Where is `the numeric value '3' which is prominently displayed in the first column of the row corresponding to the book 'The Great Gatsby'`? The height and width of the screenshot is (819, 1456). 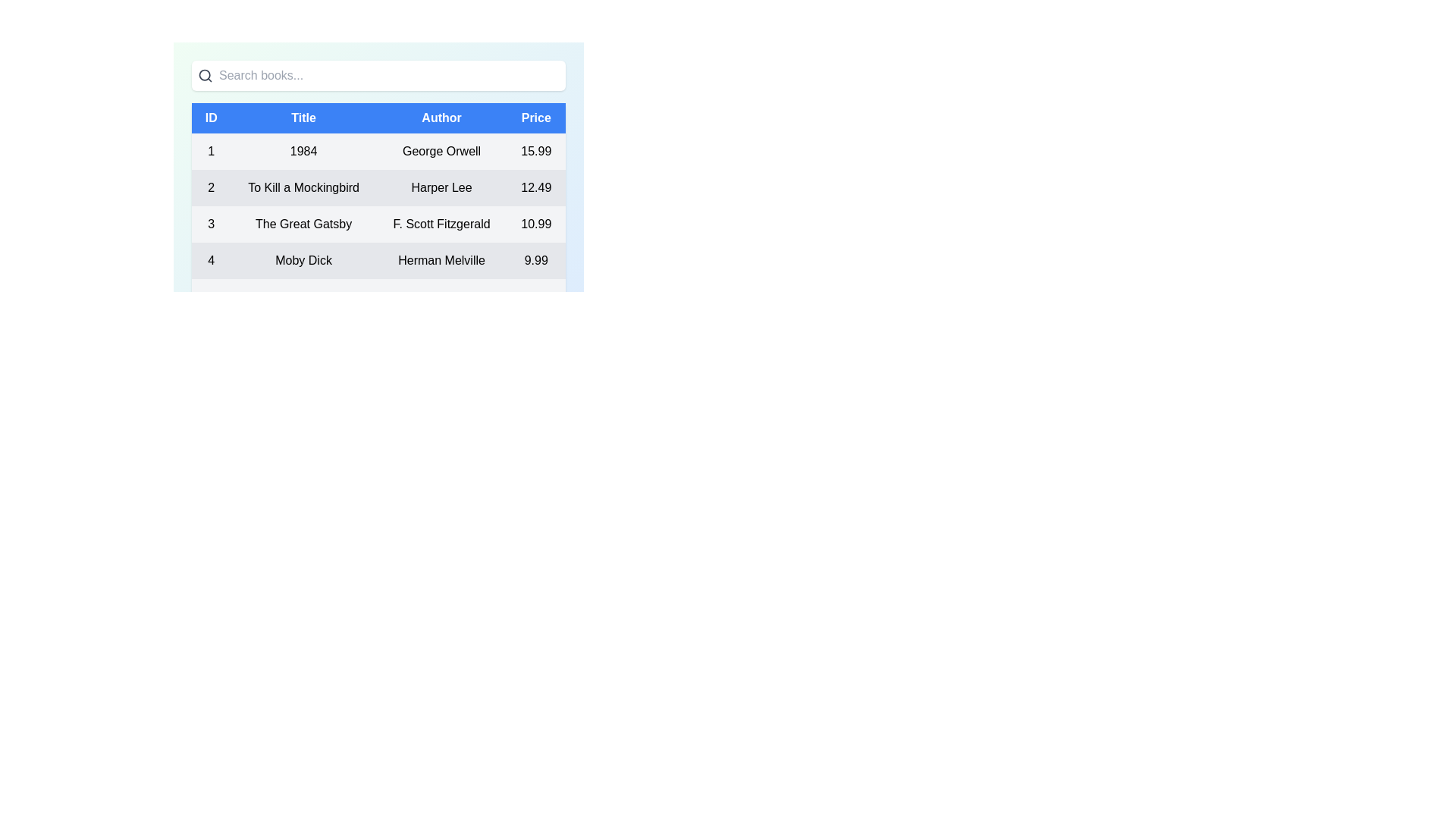 the numeric value '3' which is prominently displayed in the first column of the row corresponding to the book 'The Great Gatsby' is located at coordinates (210, 224).